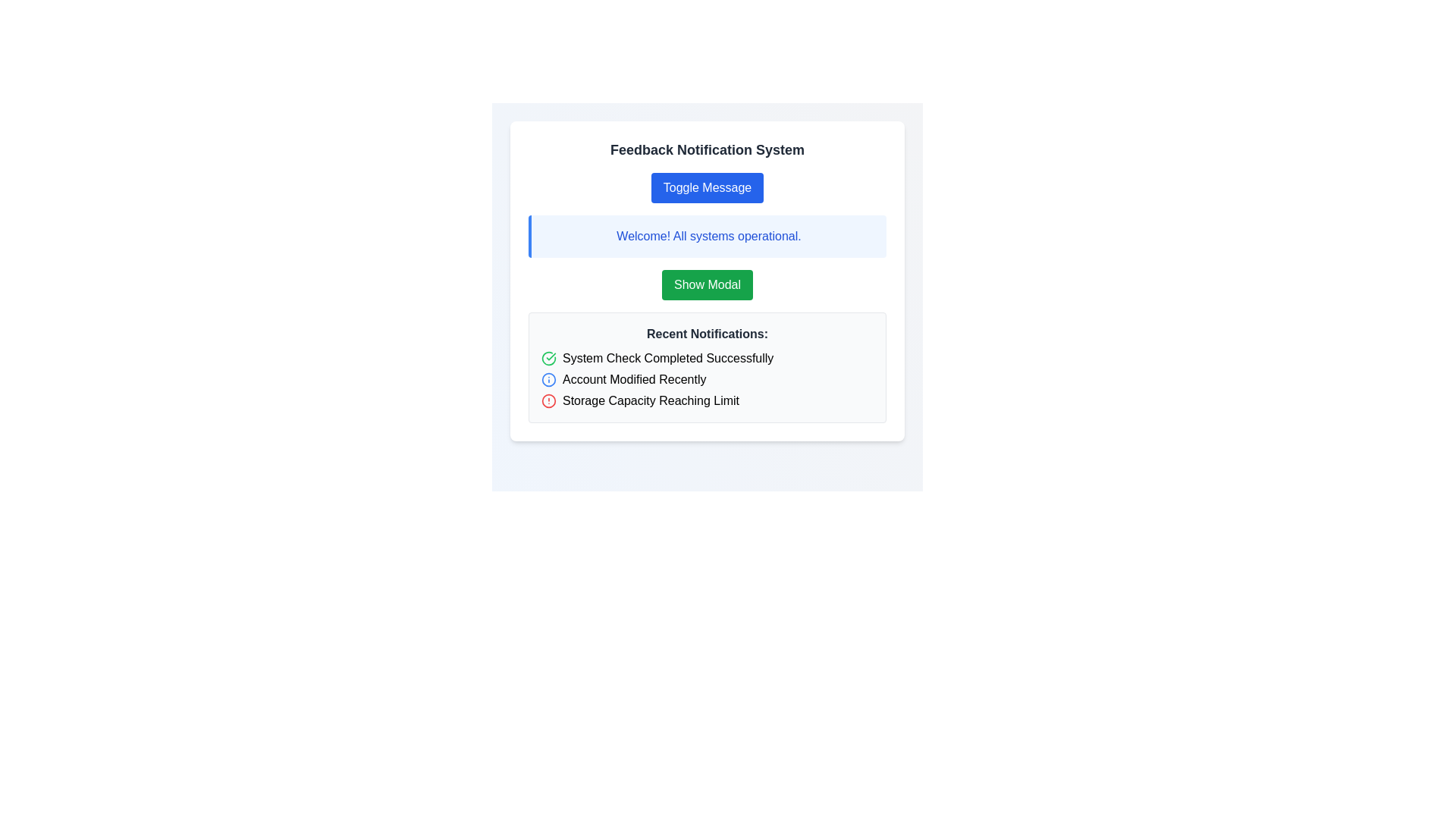 Image resolution: width=1456 pixels, height=819 pixels. I want to click on the icon indicating 'Account Modified Recently' located to the left of the text in the recent notifications list, so click(548, 379).